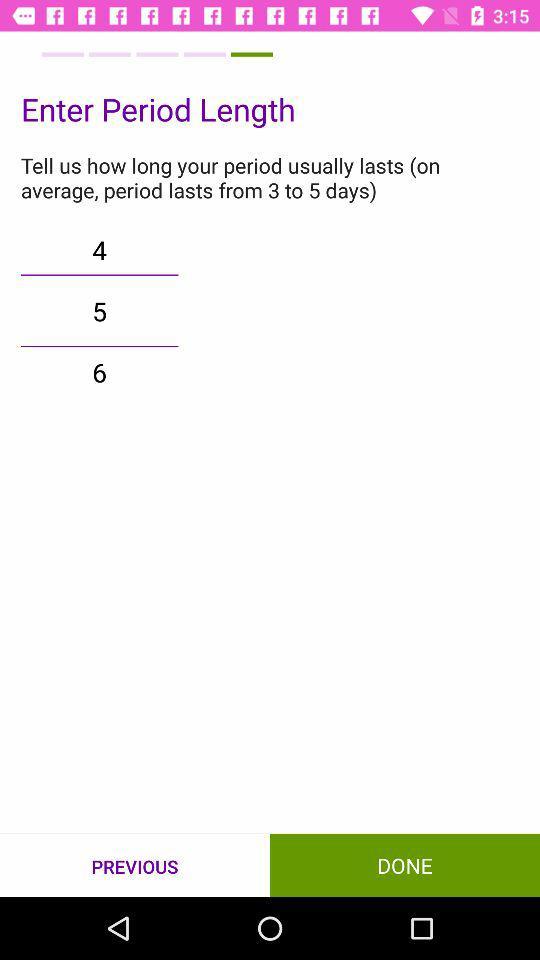 The width and height of the screenshot is (540, 960). What do you see at coordinates (405, 864) in the screenshot?
I see `done` at bounding box center [405, 864].